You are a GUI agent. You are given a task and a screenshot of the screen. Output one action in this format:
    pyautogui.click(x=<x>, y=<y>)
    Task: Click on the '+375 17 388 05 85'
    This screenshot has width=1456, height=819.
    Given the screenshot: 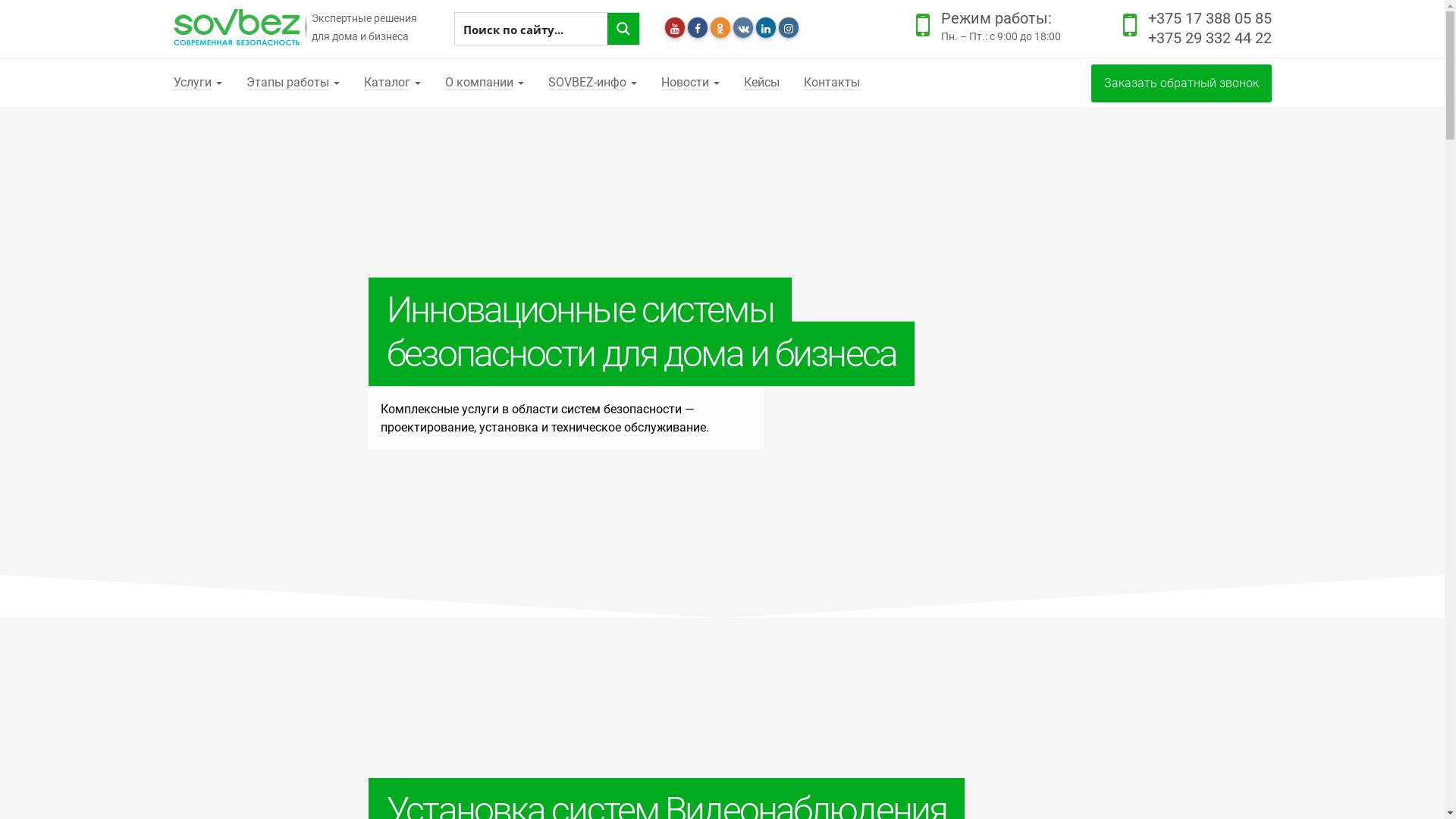 What is the action you would take?
    pyautogui.click(x=1209, y=17)
    